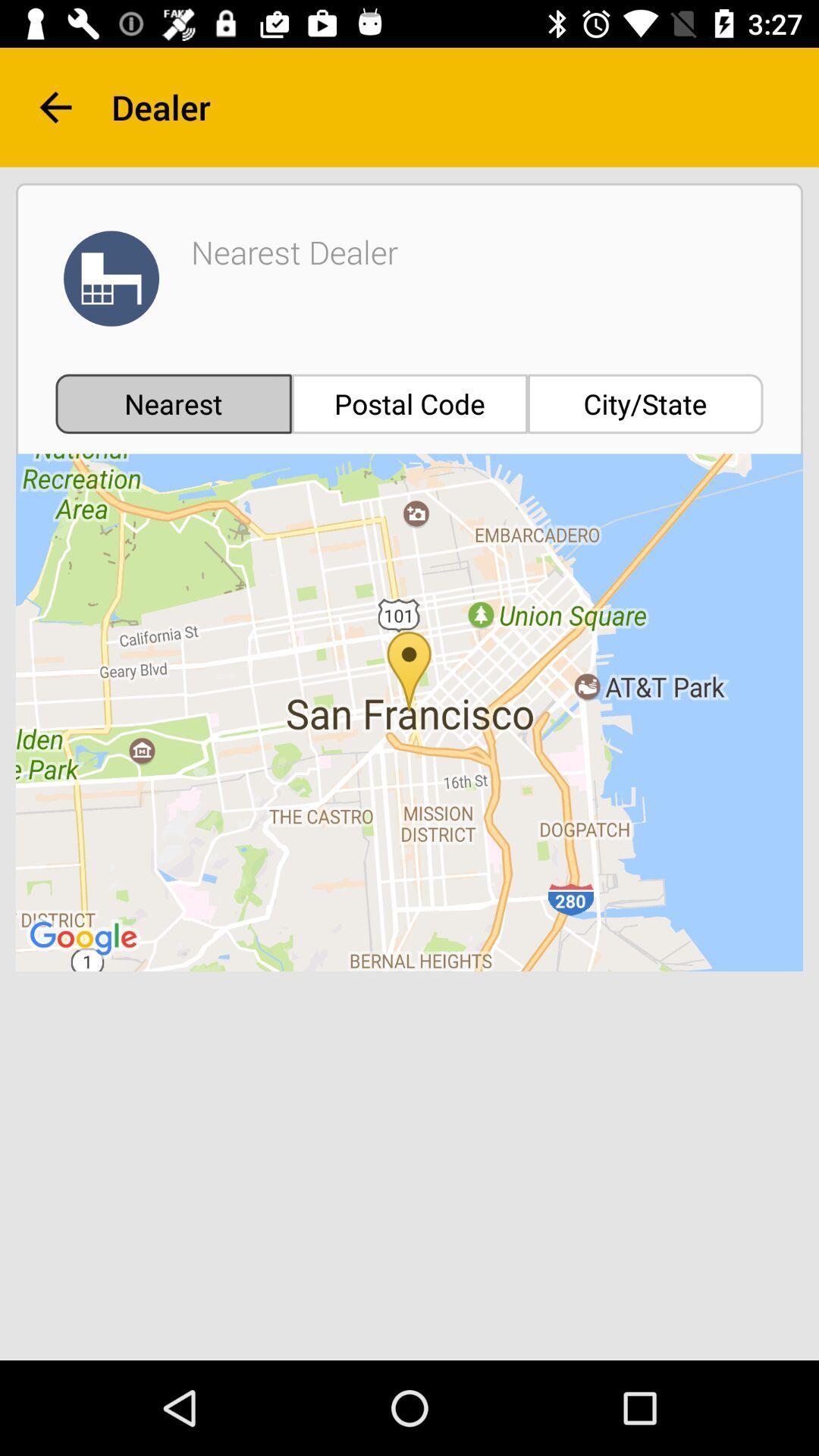  What do you see at coordinates (55, 106) in the screenshot?
I see `item next to dealer item` at bounding box center [55, 106].